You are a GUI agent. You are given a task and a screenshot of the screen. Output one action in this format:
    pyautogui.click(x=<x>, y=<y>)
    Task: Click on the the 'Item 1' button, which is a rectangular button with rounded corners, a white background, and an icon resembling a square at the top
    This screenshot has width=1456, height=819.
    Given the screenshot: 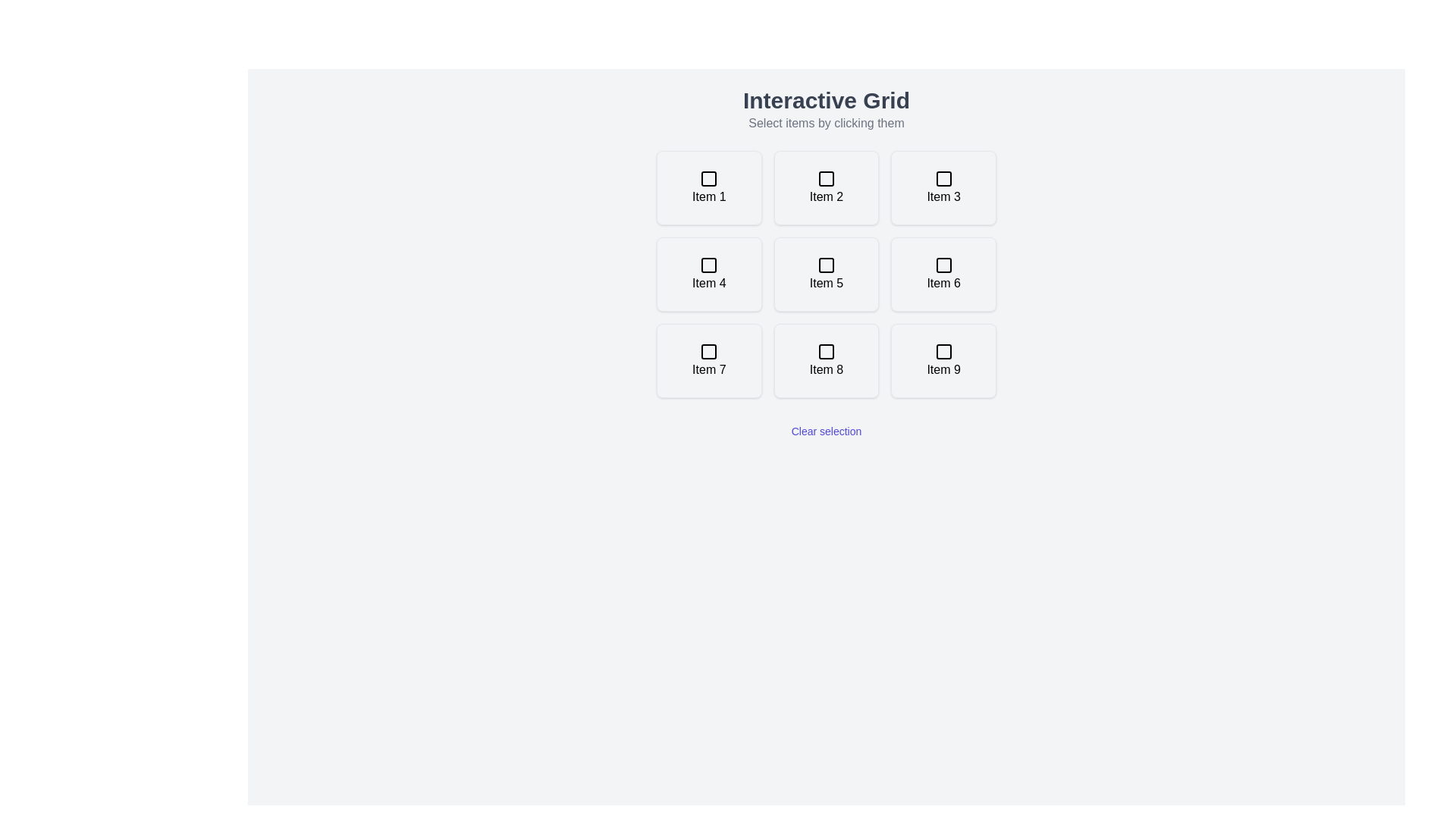 What is the action you would take?
    pyautogui.click(x=708, y=187)
    